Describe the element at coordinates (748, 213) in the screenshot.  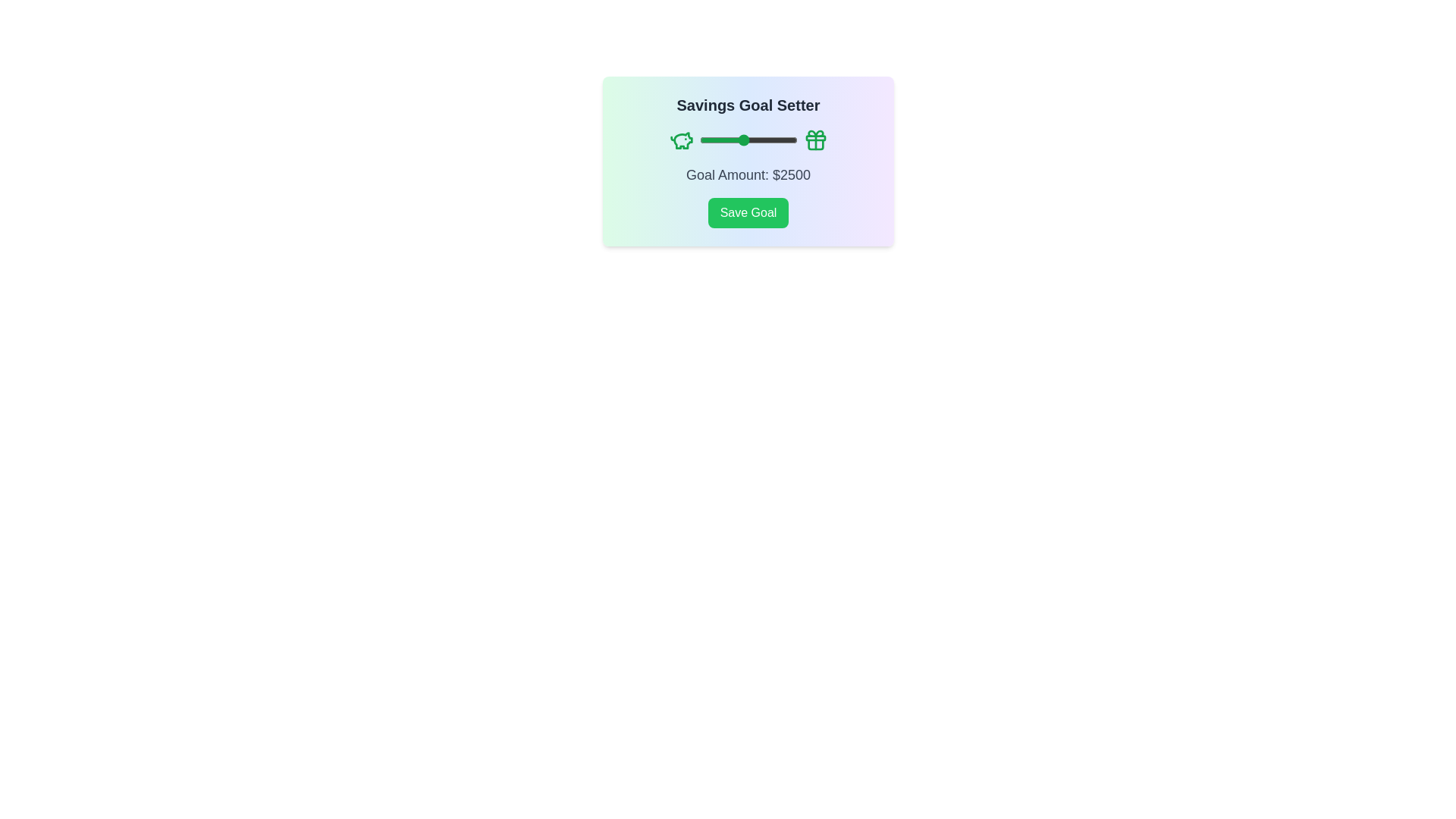
I see `the 'Save Goal' button` at that location.